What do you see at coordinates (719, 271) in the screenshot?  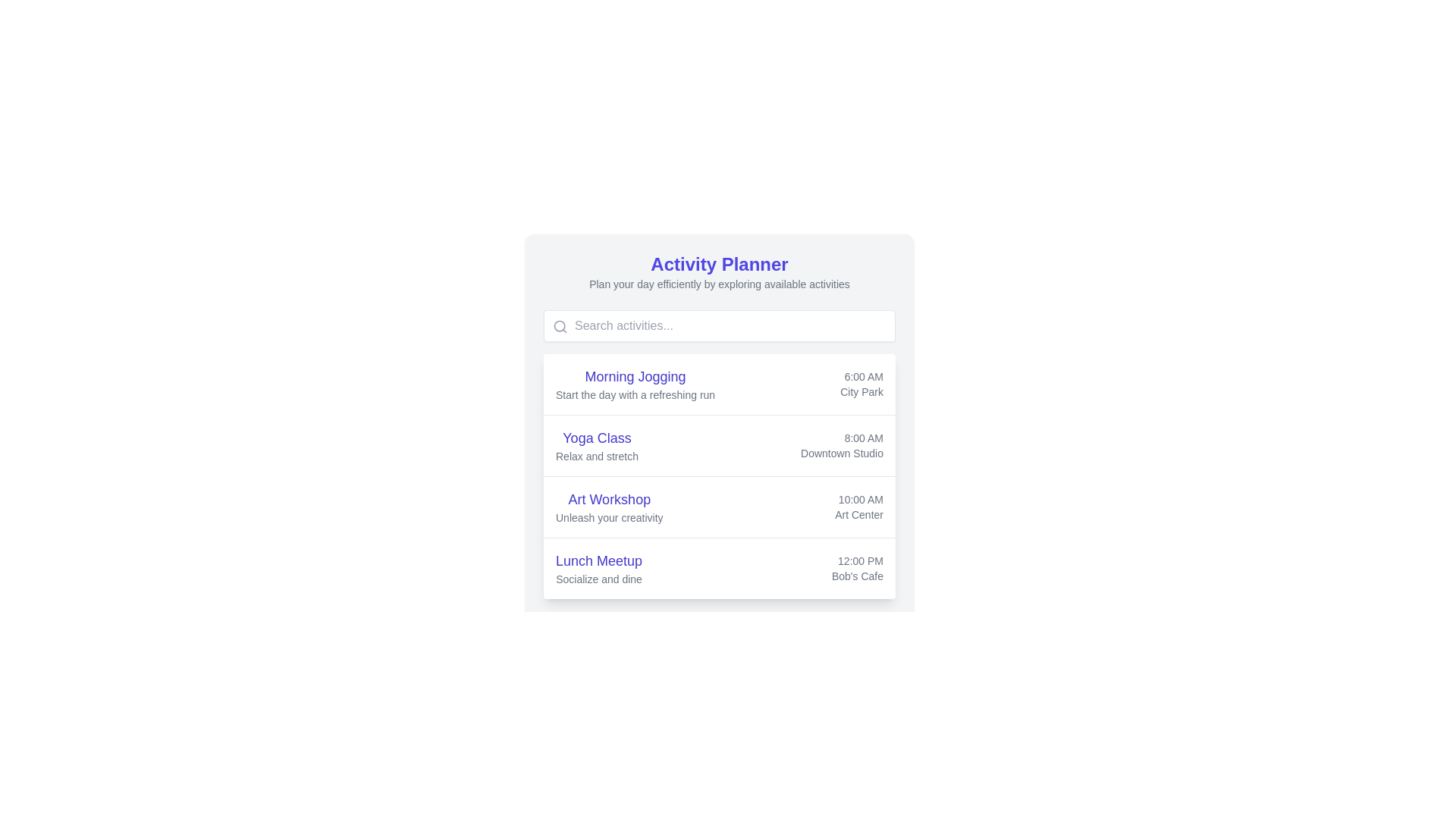 I see `the text block titled 'Activity Planner' which features a large indigo title and a smaller gray subtitle, located at the top of a card-style section` at bounding box center [719, 271].